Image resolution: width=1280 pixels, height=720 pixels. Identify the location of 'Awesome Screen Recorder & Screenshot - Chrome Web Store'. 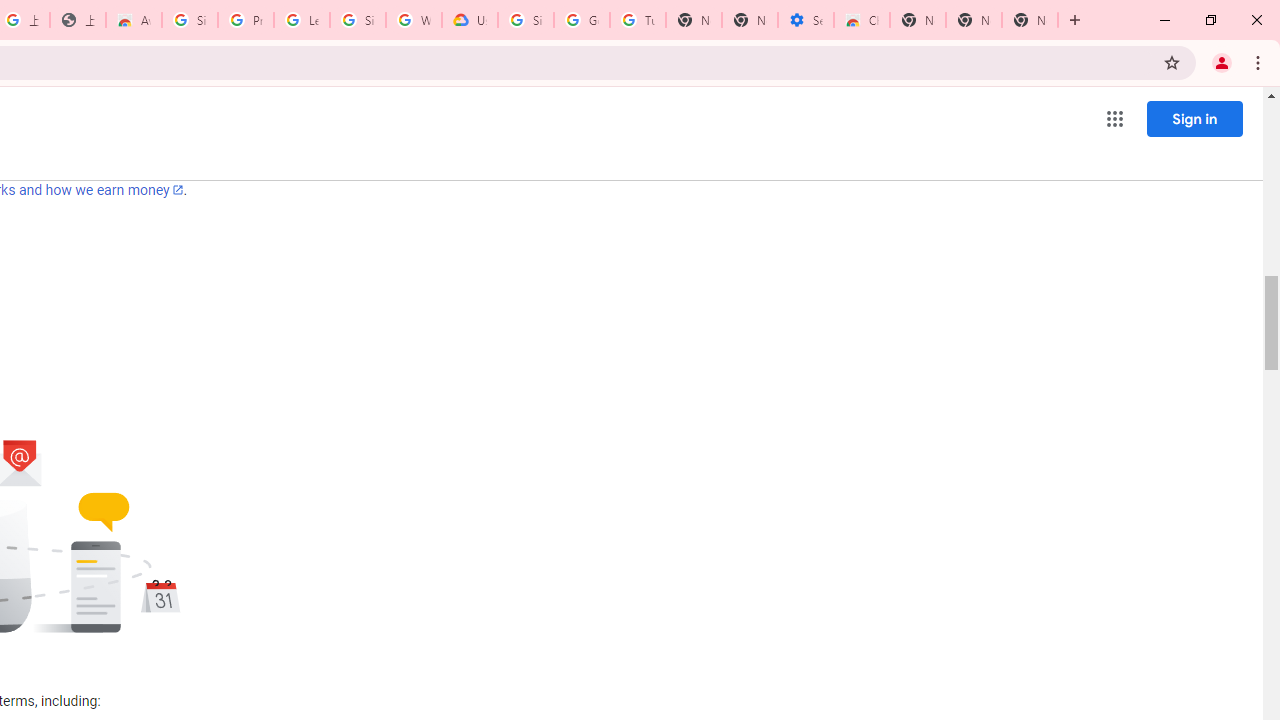
(133, 20).